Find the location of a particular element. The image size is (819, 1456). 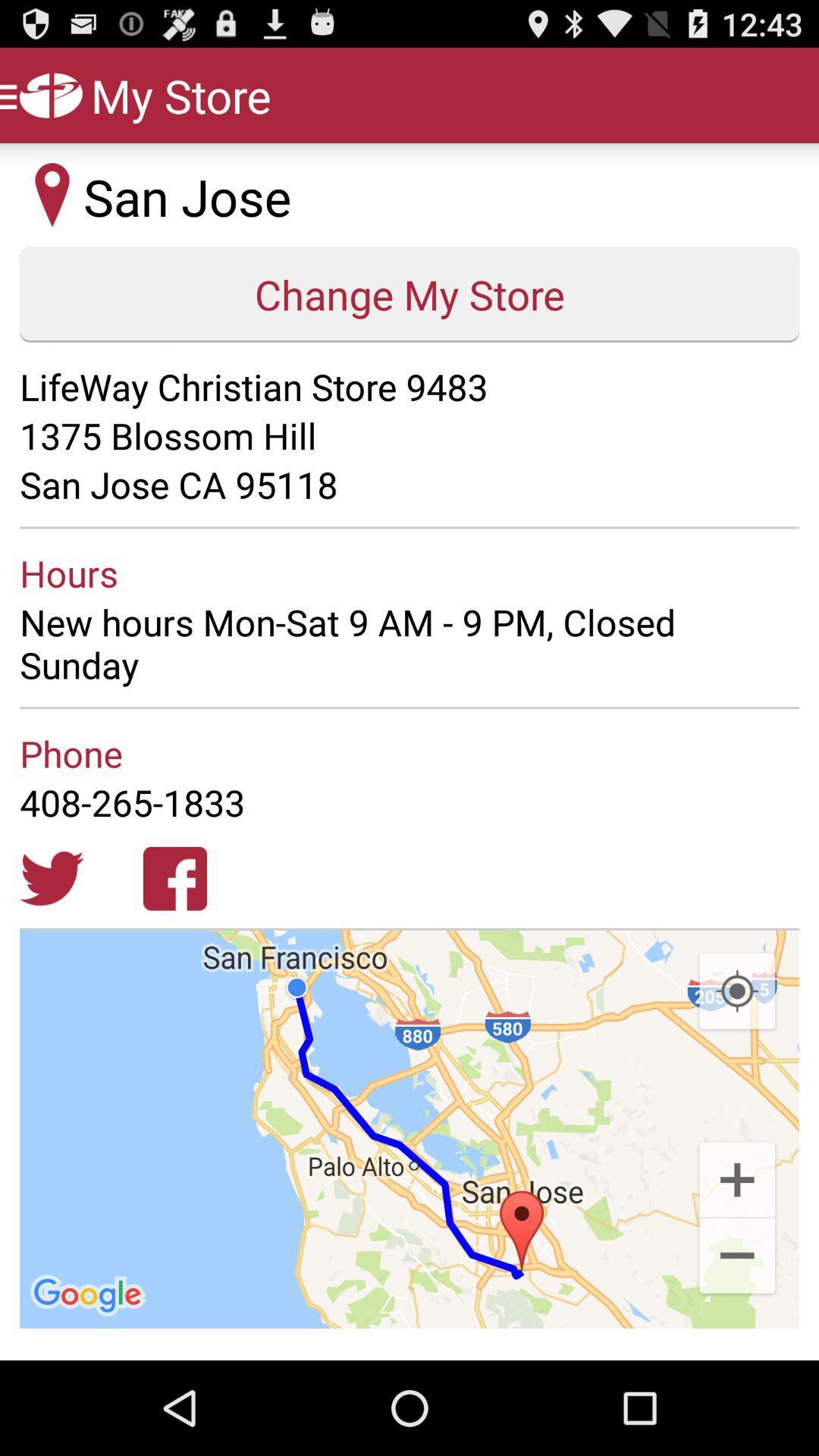

icon below the 408-265-1833 app is located at coordinates (174, 878).